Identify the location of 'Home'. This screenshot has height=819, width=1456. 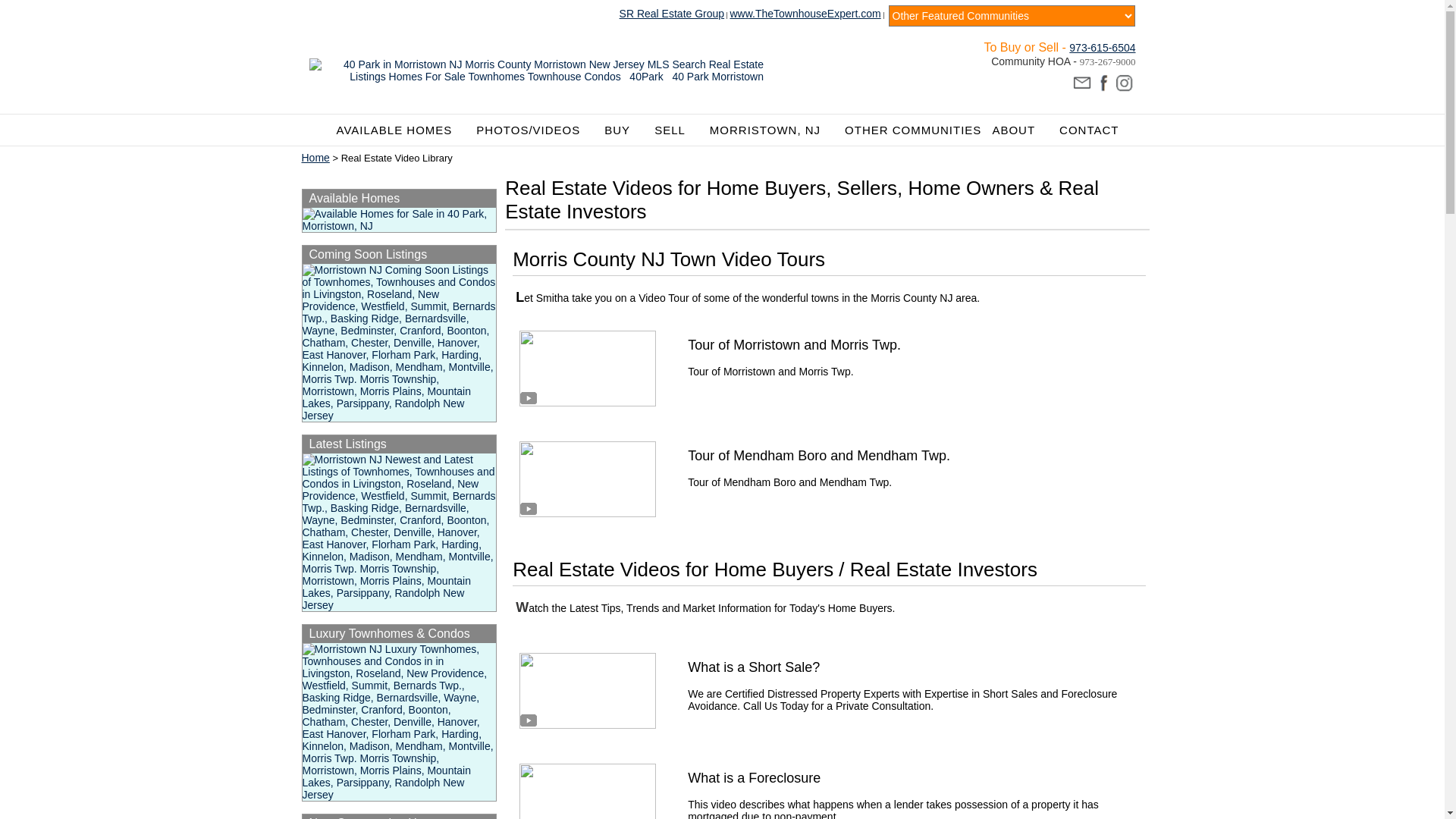
(302, 158).